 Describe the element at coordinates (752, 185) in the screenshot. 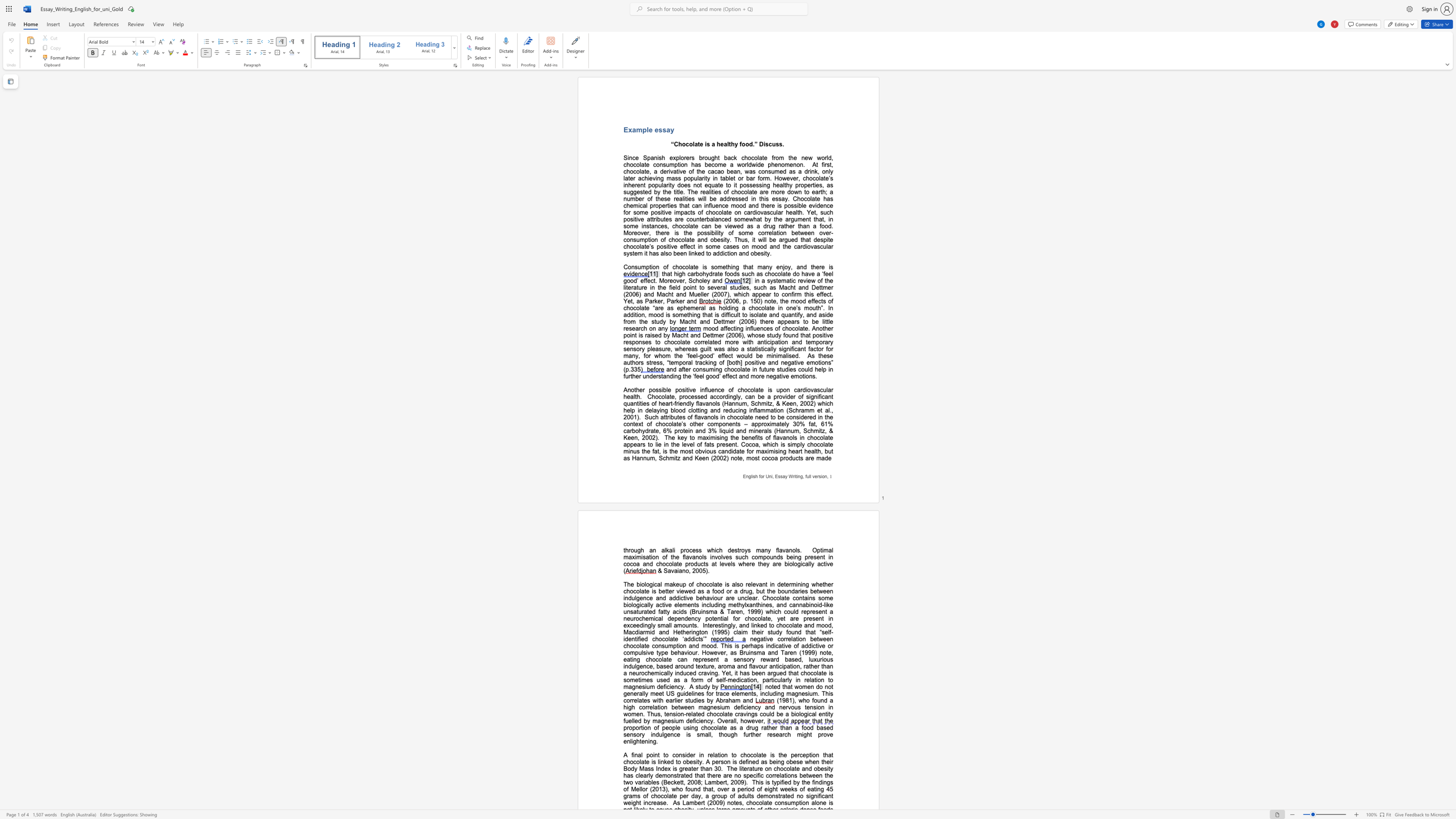

I see `the subset text "es" within the text "possessing"` at that location.